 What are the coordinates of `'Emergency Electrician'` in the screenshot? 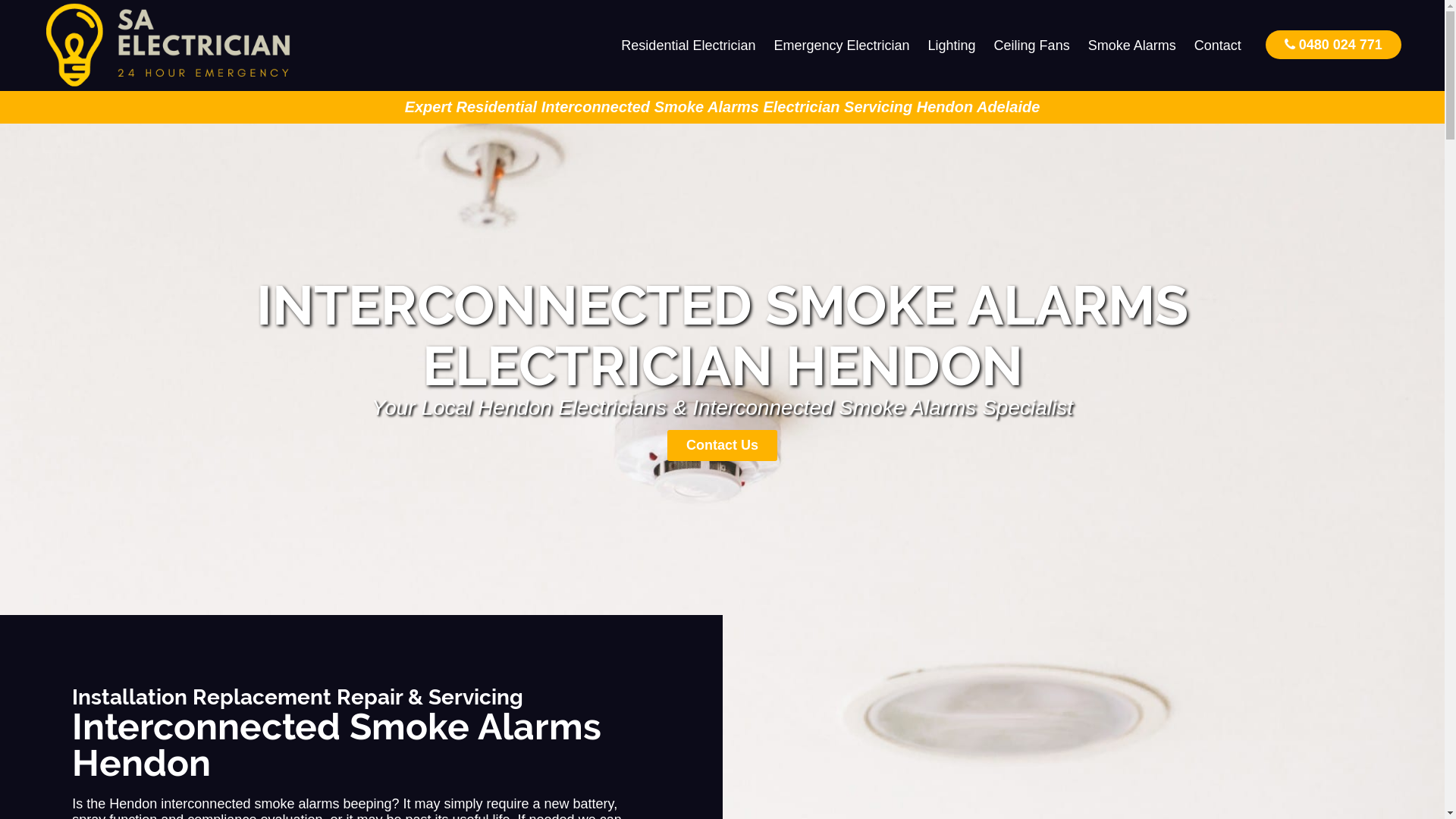 It's located at (840, 45).